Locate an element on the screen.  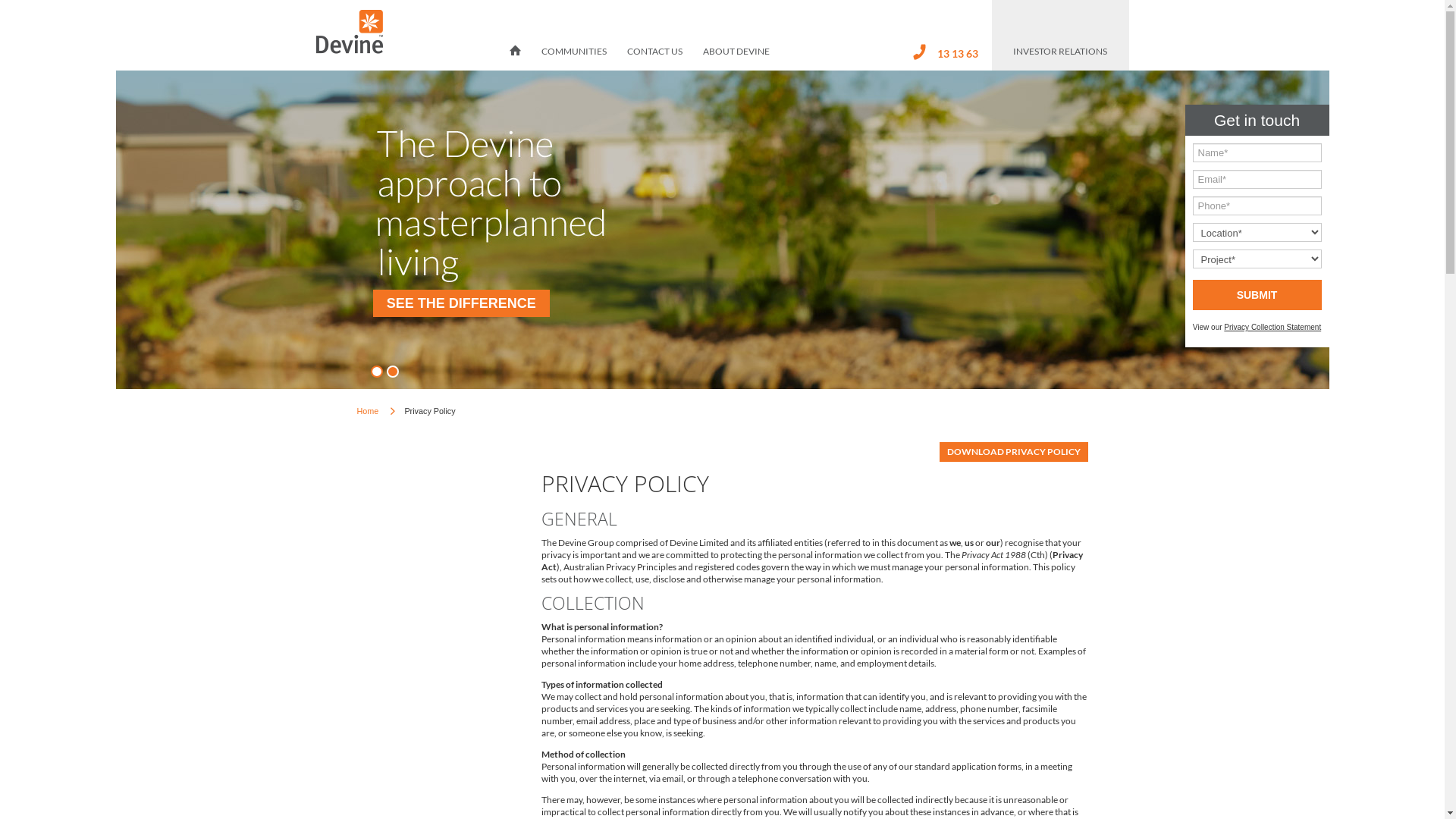
'INVESTOR RELATIONS' is located at coordinates (992, 55).